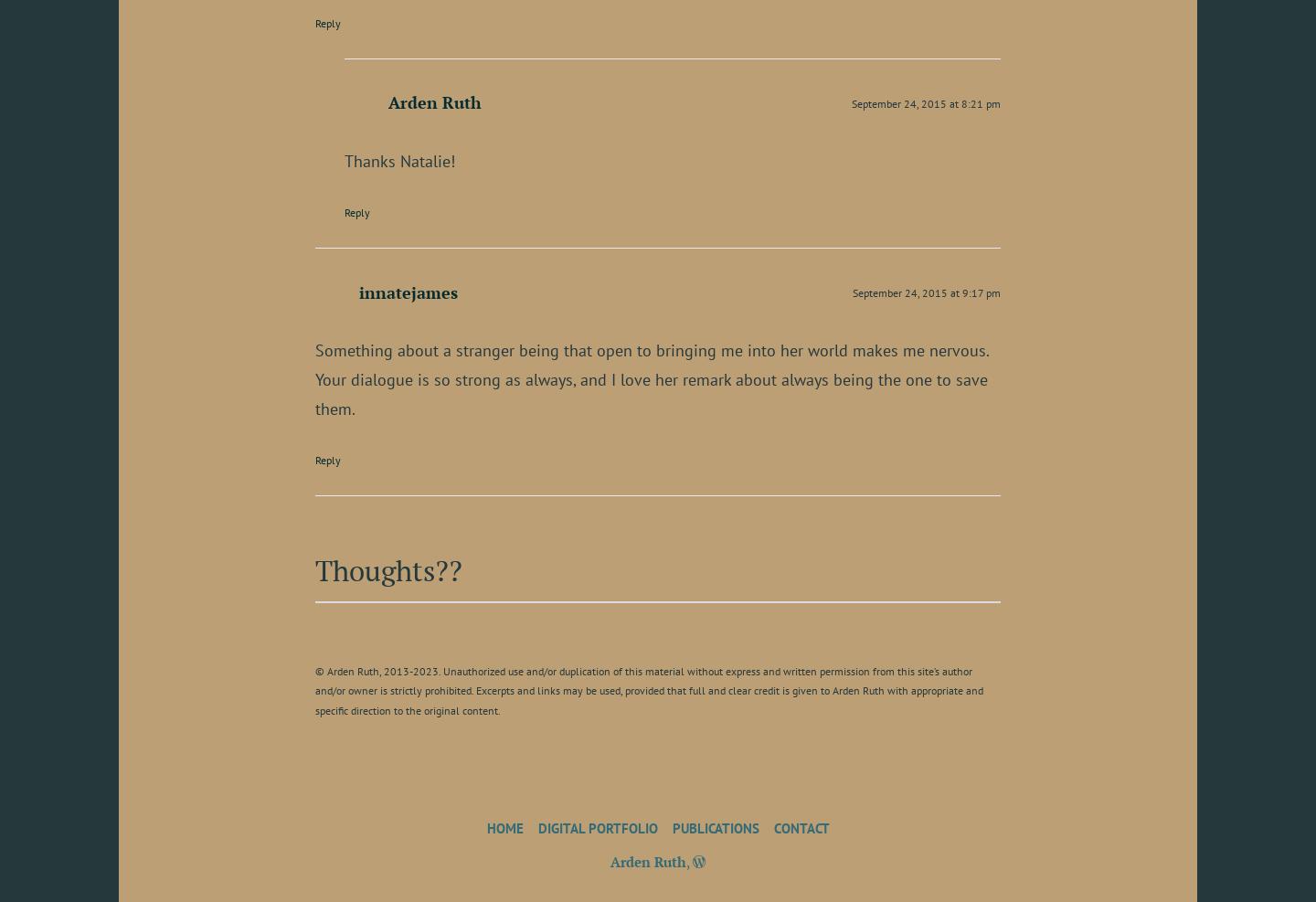 The height and width of the screenshot is (902, 1316). Describe the element at coordinates (685, 860) in the screenshot. I see `','` at that location.